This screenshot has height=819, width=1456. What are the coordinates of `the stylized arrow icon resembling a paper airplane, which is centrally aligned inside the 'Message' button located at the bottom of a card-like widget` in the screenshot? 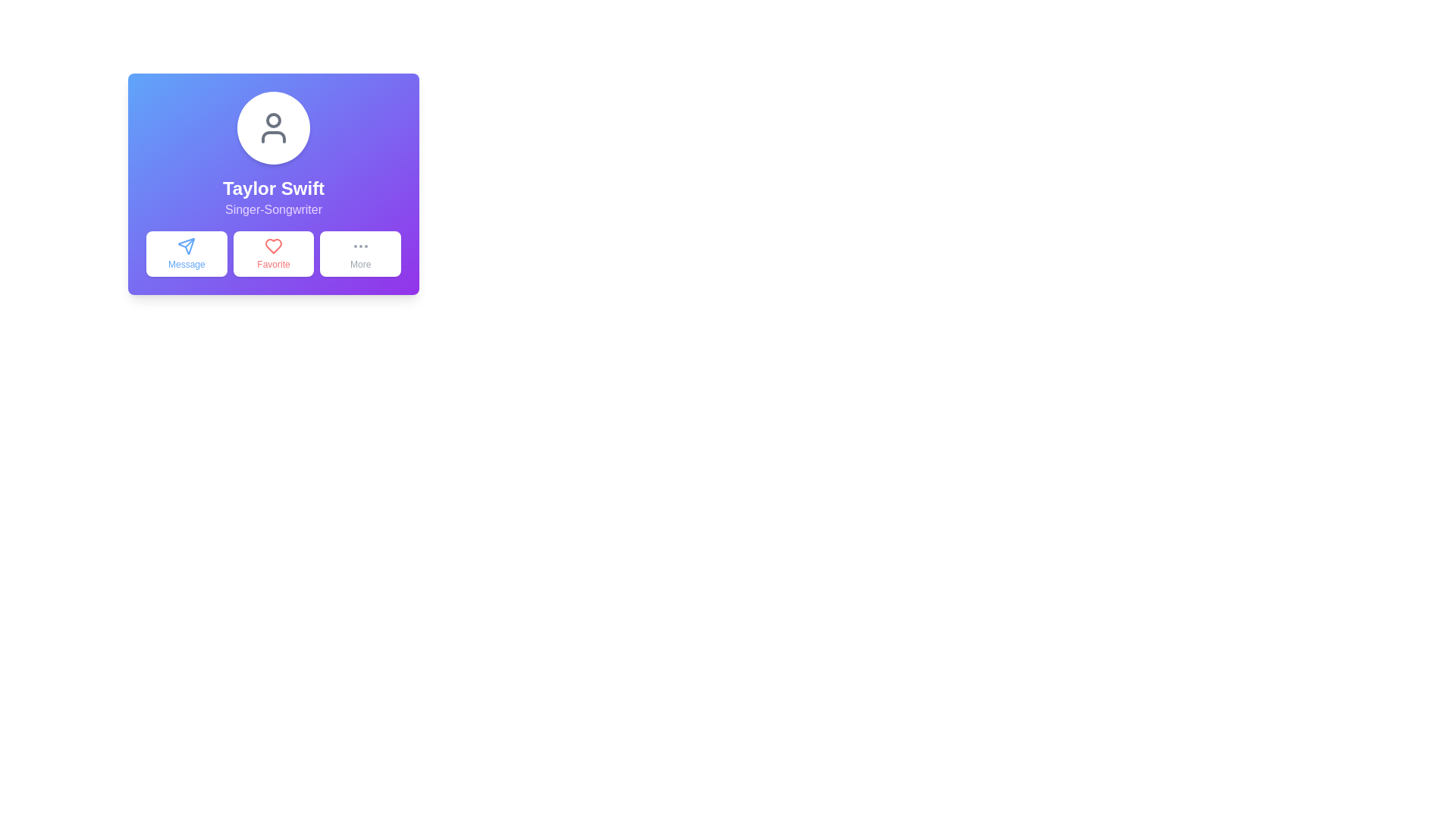 It's located at (186, 245).